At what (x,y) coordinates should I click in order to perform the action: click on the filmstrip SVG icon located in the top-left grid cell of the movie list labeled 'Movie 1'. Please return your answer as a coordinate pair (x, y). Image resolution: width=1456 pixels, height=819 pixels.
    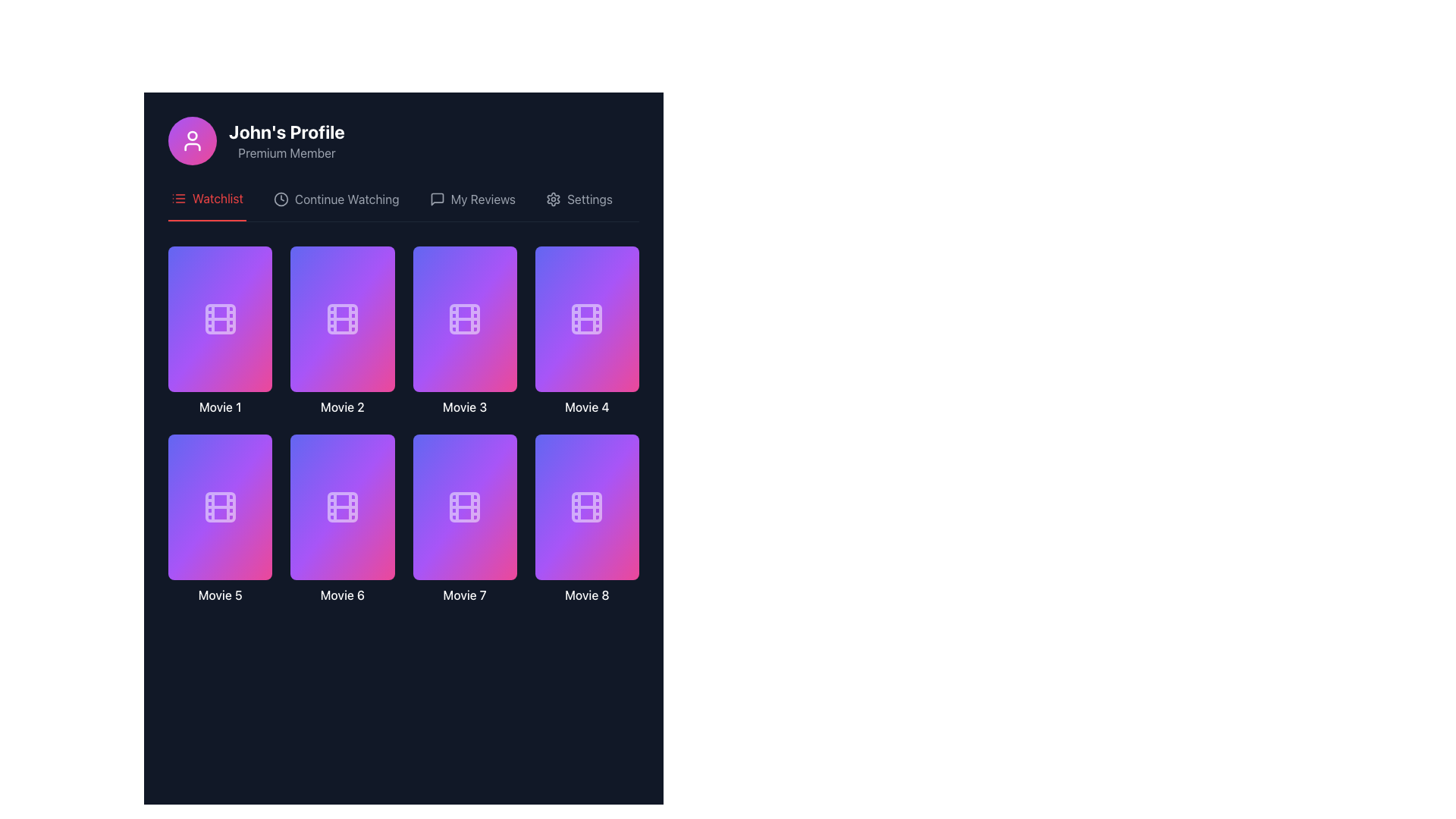
    Looking at the image, I should click on (219, 318).